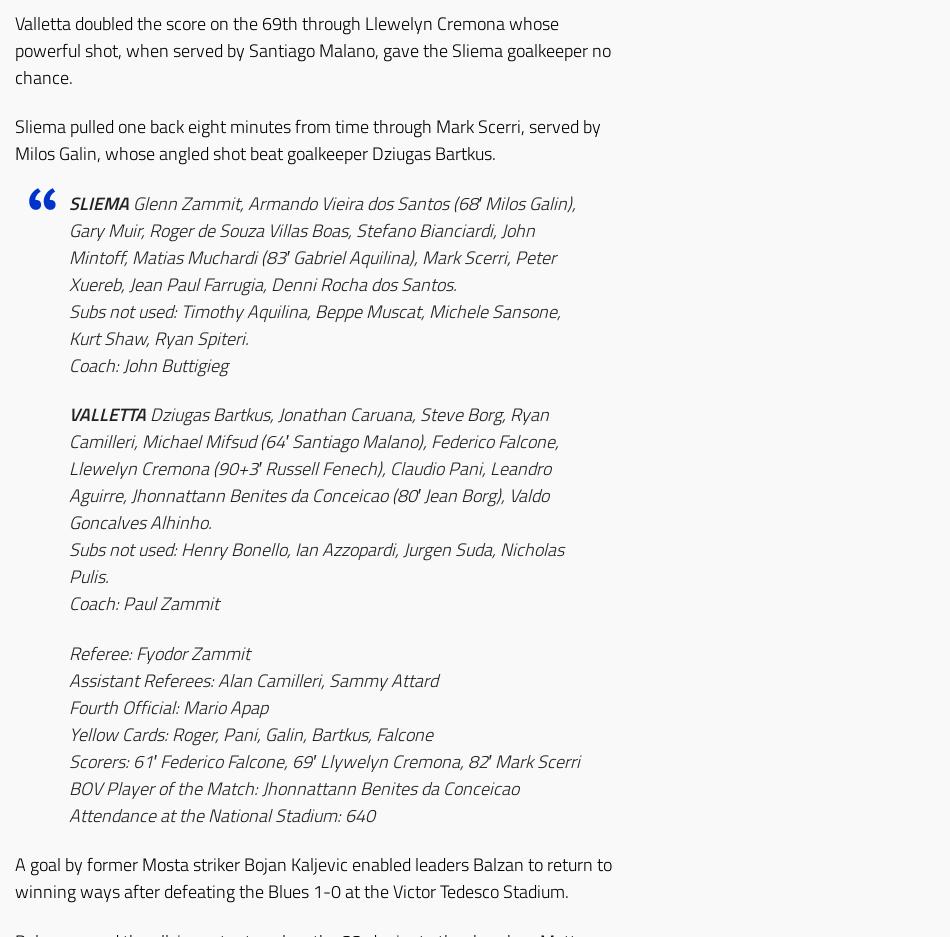 This screenshot has height=937, width=950. What do you see at coordinates (168, 706) in the screenshot?
I see `'Fourth Official: Mario Apap'` at bounding box center [168, 706].